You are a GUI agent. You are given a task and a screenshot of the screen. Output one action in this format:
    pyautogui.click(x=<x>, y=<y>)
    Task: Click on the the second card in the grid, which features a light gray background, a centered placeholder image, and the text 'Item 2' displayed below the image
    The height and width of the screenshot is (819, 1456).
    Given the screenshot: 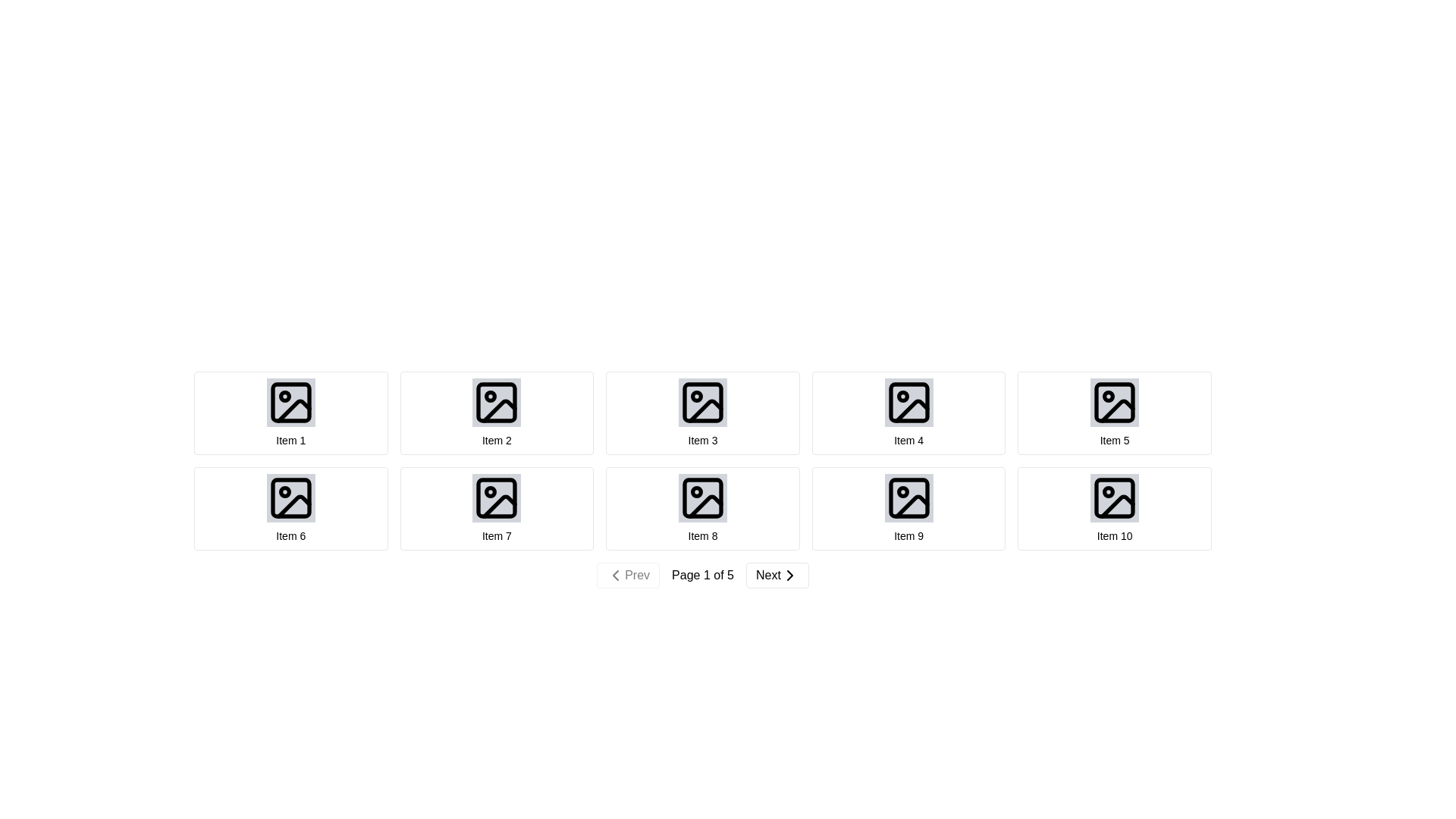 What is the action you would take?
    pyautogui.click(x=497, y=413)
    